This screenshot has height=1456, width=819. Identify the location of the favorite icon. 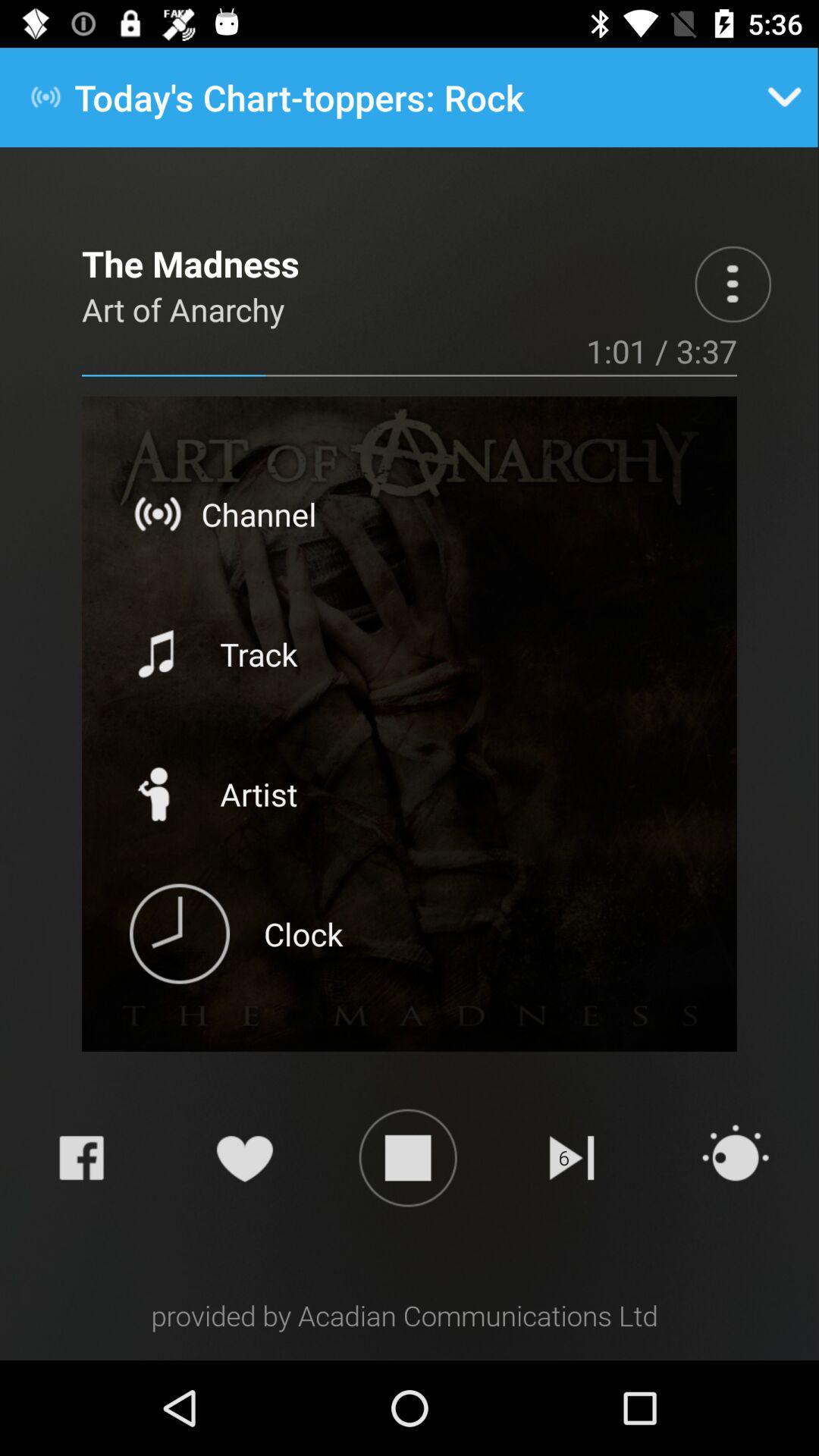
(243, 1156).